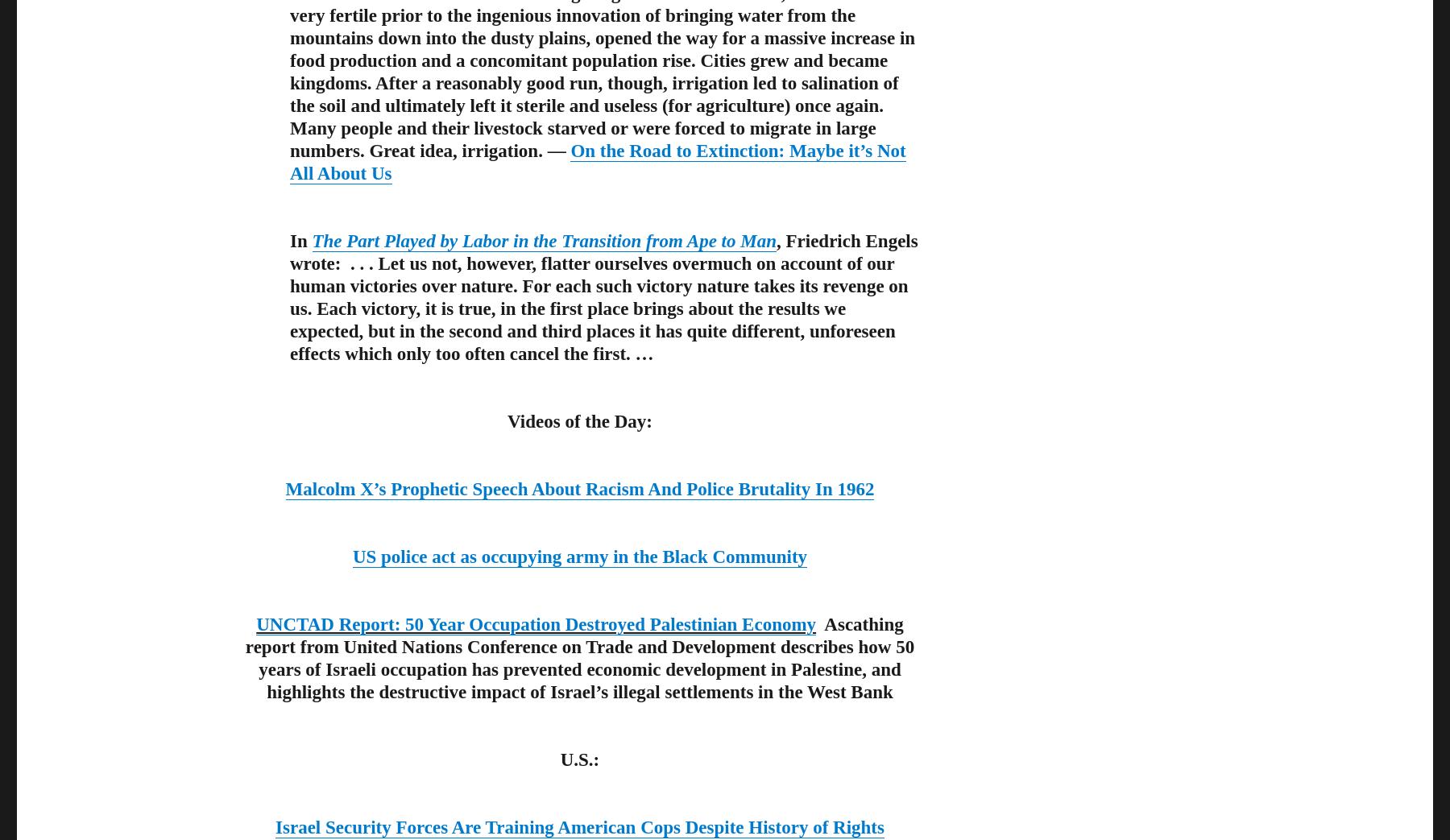 The width and height of the screenshot is (1450, 840). What do you see at coordinates (300, 240) in the screenshot?
I see `'In'` at bounding box center [300, 240].